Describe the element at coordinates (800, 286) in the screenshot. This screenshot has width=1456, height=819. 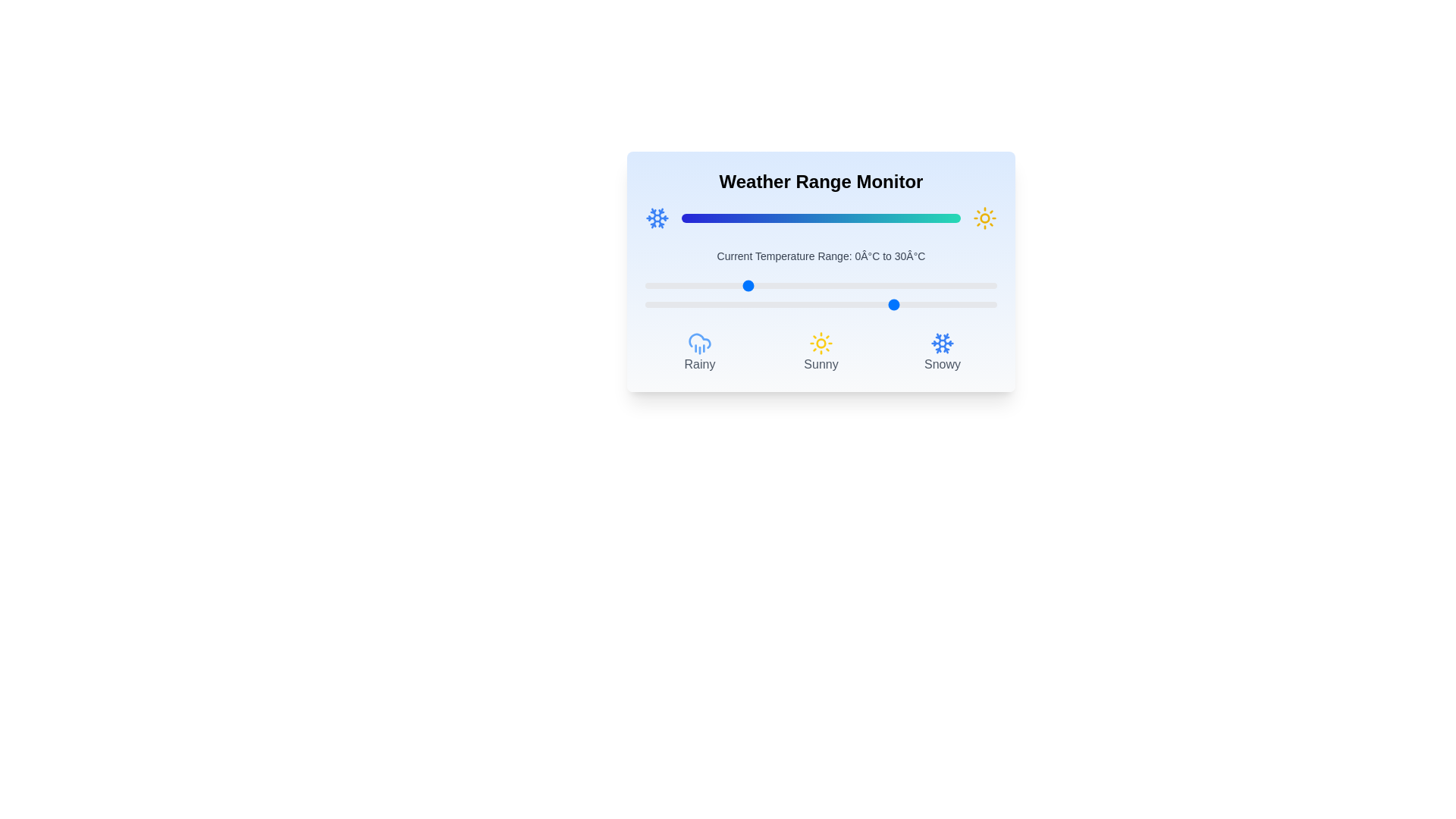
I see `the slider` at that location.